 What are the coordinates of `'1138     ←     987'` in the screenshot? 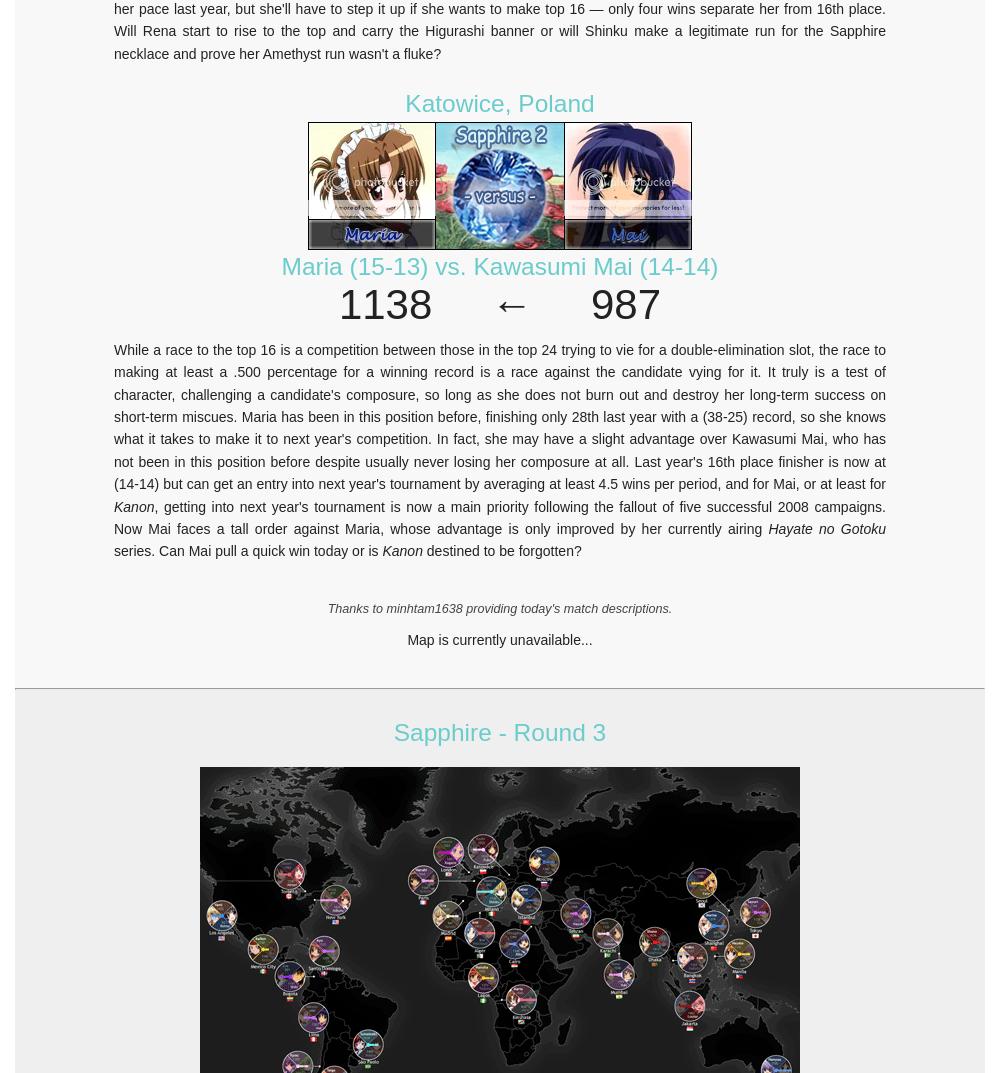 It's located at (498, 303).